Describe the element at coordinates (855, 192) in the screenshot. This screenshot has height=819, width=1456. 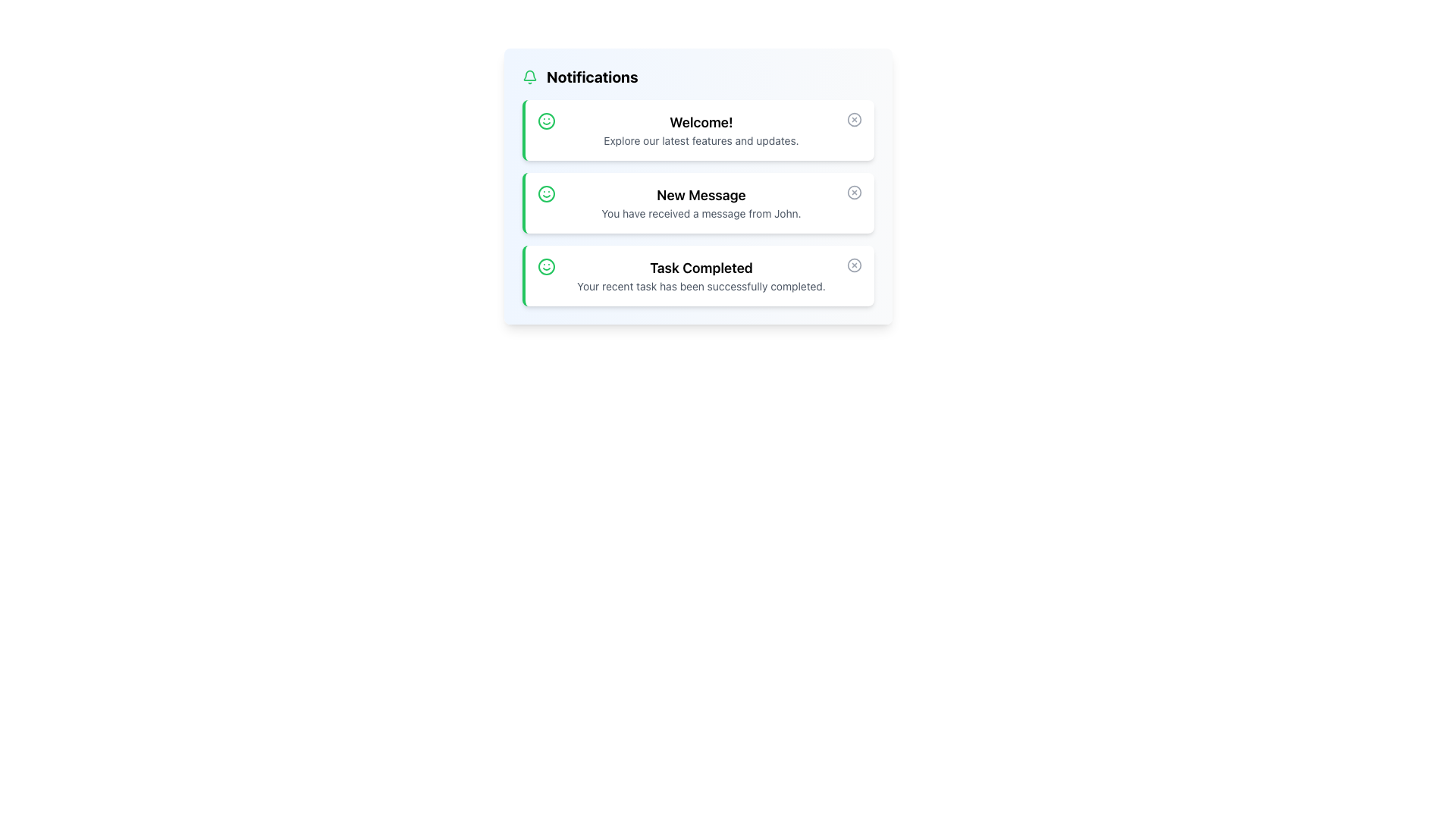
I see `the smaller, inner circle of the SVG-based icon that functions as a close or delete button within the 'New Message' notification interface` at that location.